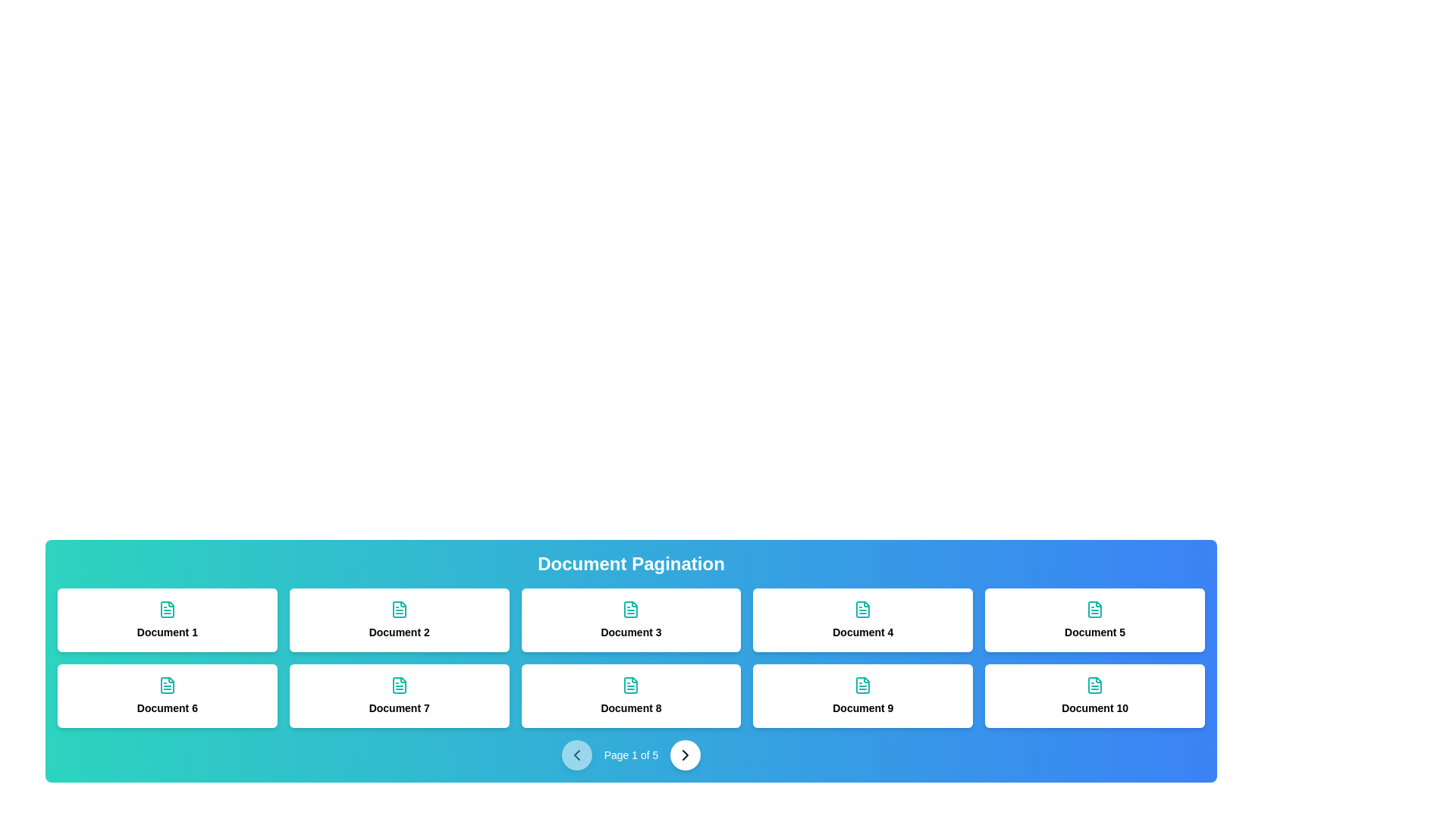  What do you see at coordinates (631, 696) in the screenshot?
I see `the selectable card located in the third column of the second row of a grid layout, which represents a specific document or item` at bounding box center [631, 696].